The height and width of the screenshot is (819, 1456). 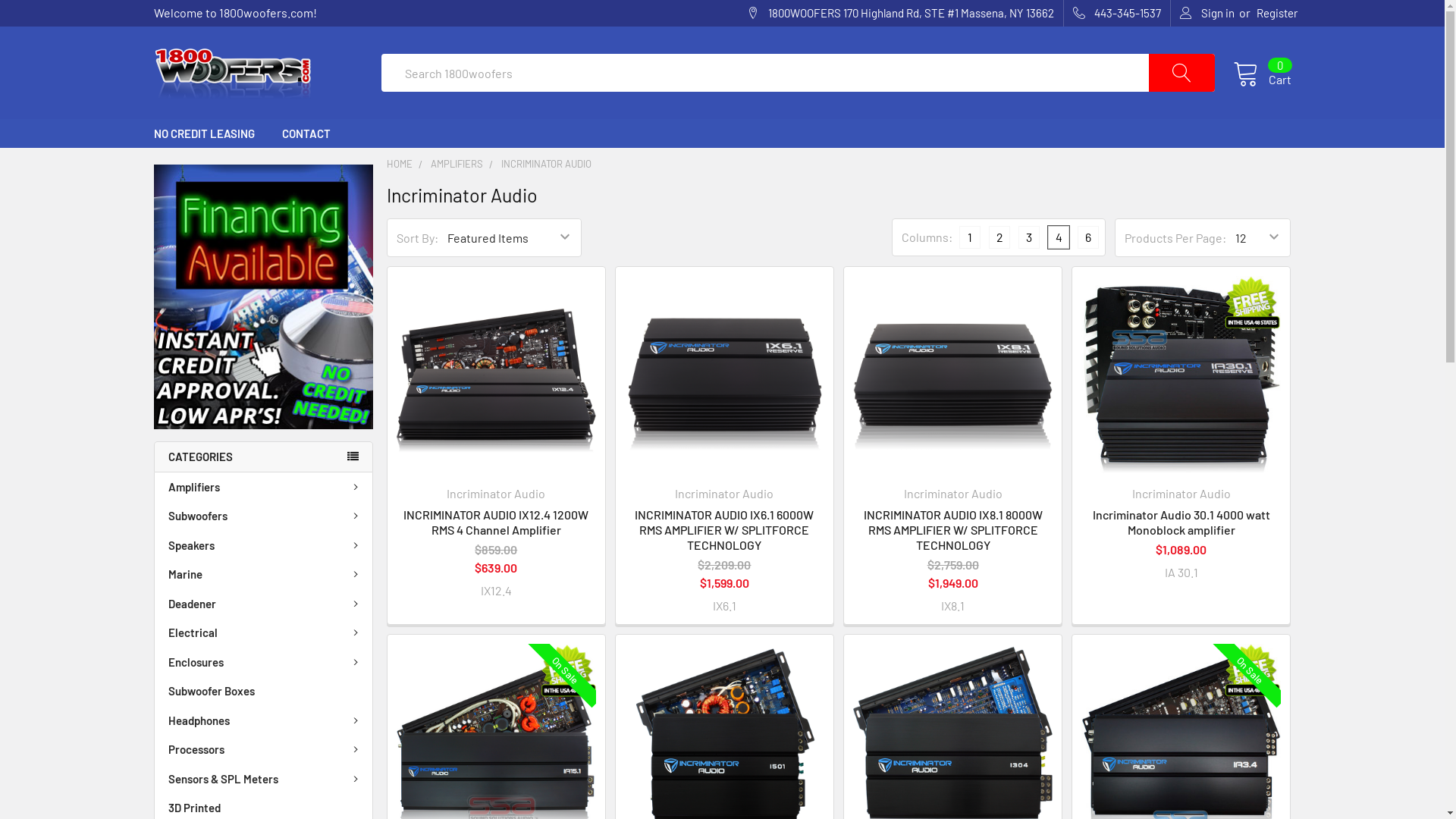 I want to click on 'Subwoofers', so click(x=263, y=515).